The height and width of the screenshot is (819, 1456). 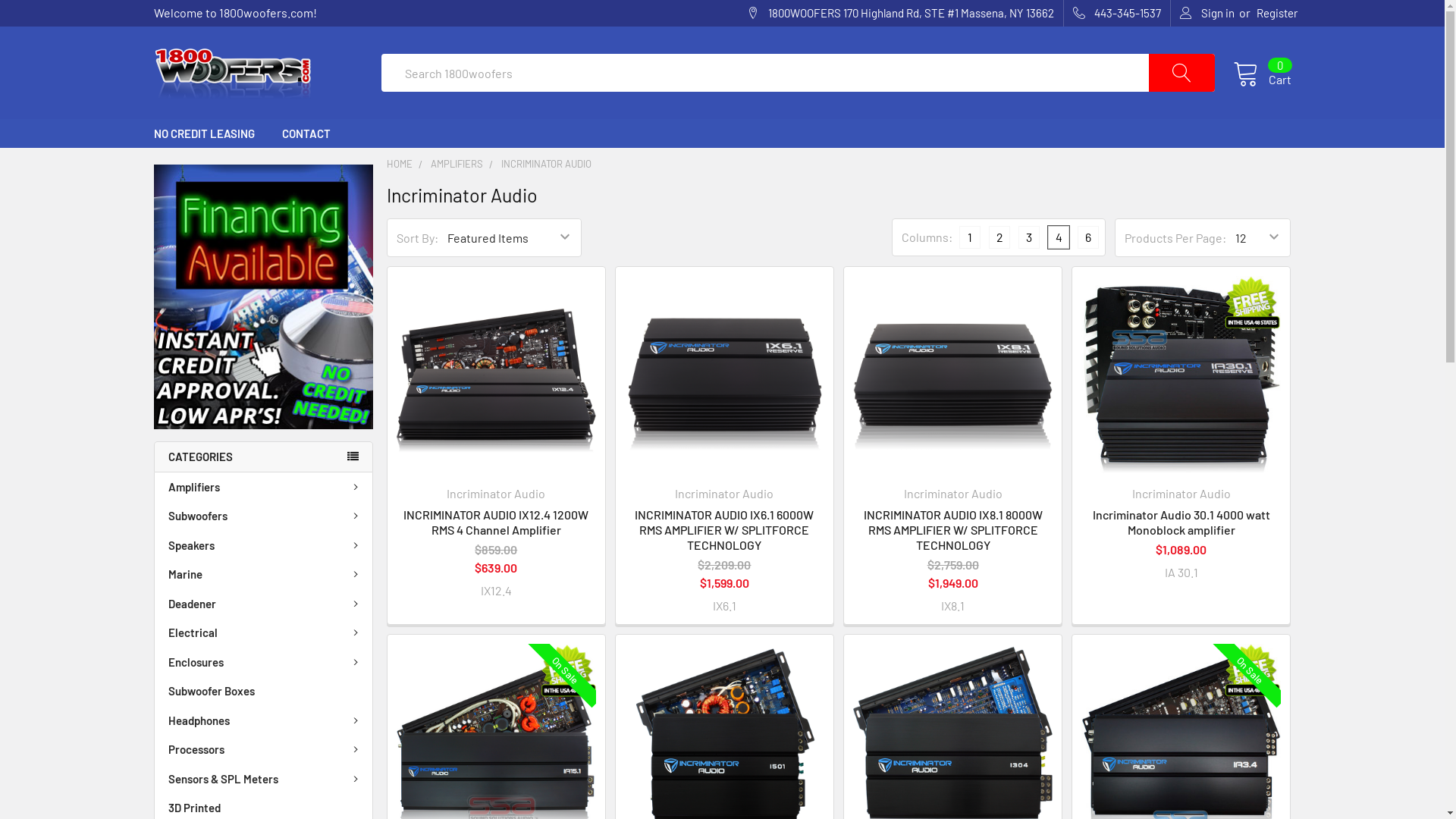 I want to click on 'Subwoofers', so click(x=263, y=515).